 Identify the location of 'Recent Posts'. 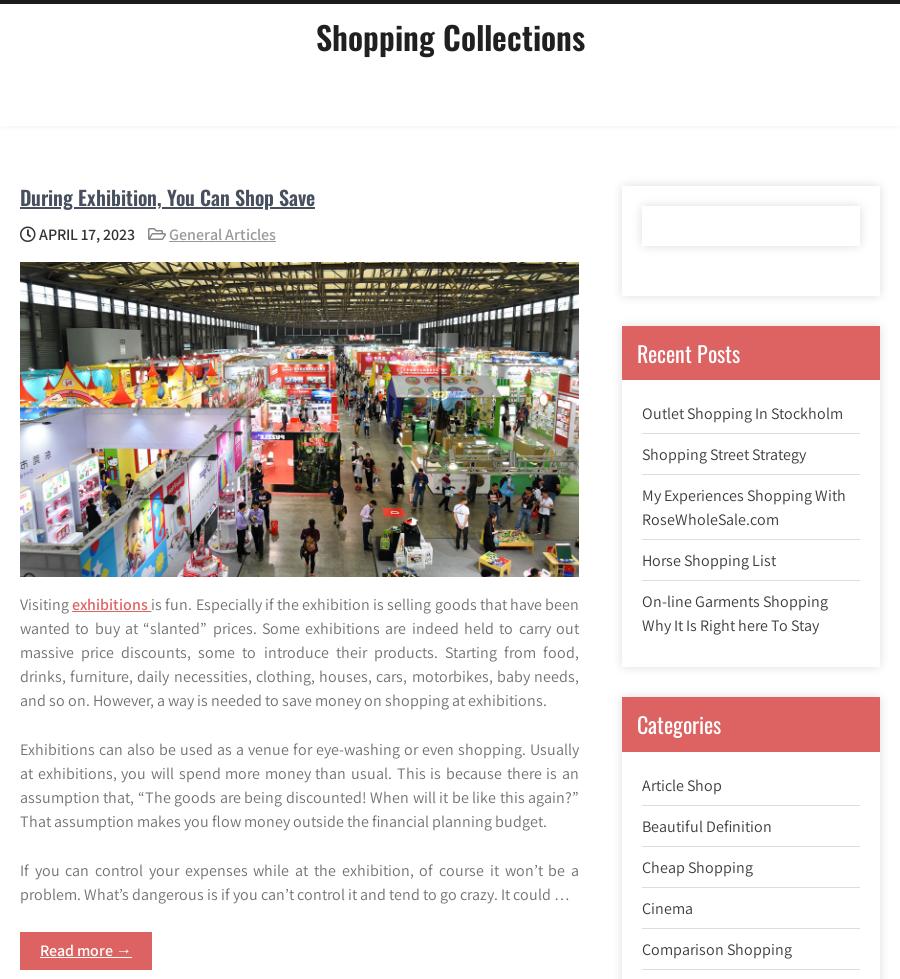
(687, 353).